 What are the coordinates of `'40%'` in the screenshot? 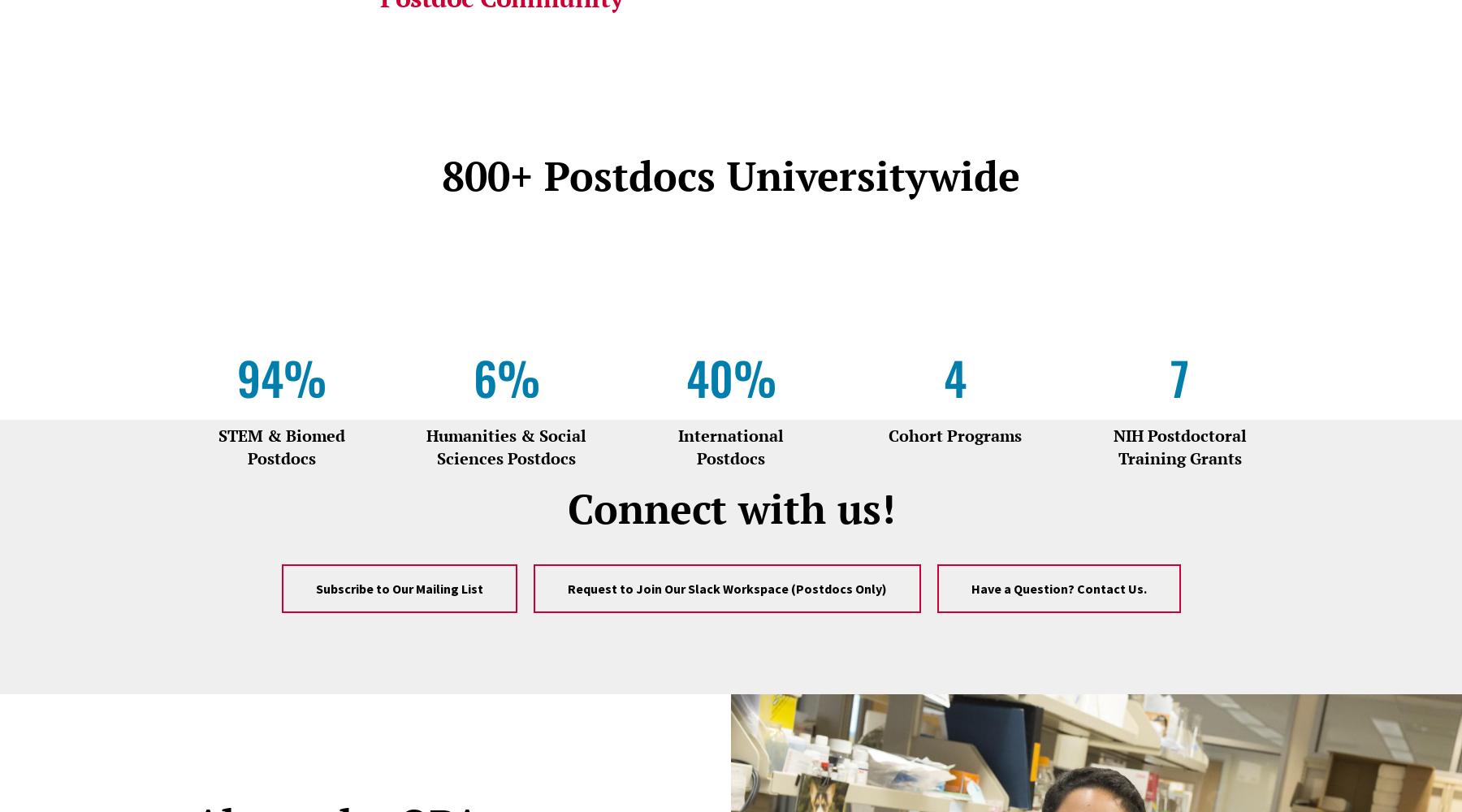 It's located at (730, 376).